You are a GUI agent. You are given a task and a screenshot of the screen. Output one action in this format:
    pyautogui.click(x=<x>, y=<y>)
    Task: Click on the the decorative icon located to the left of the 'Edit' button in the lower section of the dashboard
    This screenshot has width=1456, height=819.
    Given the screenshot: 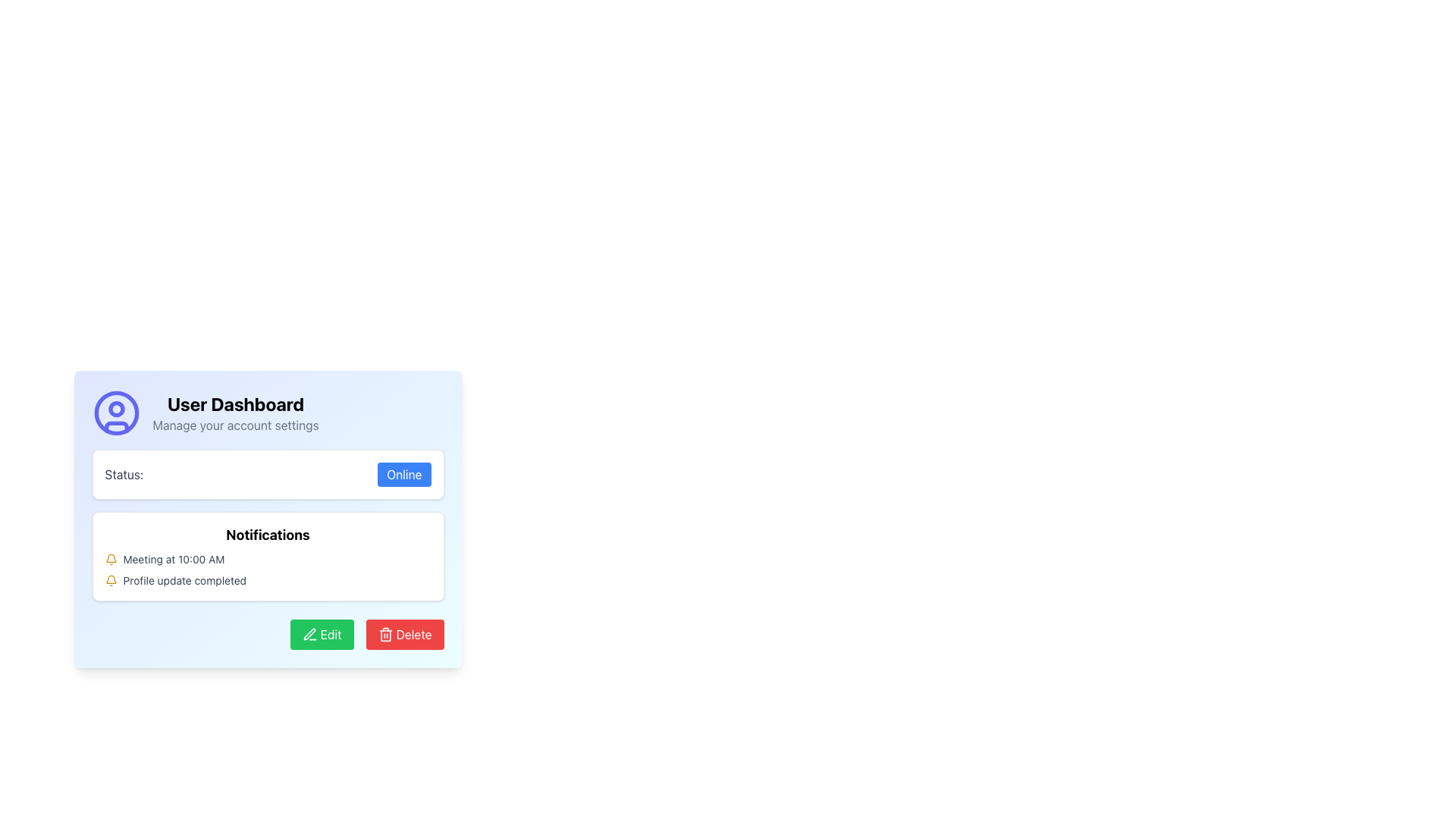 What is the action you would take?
    pyautogui.click(x=309, y=635)
    